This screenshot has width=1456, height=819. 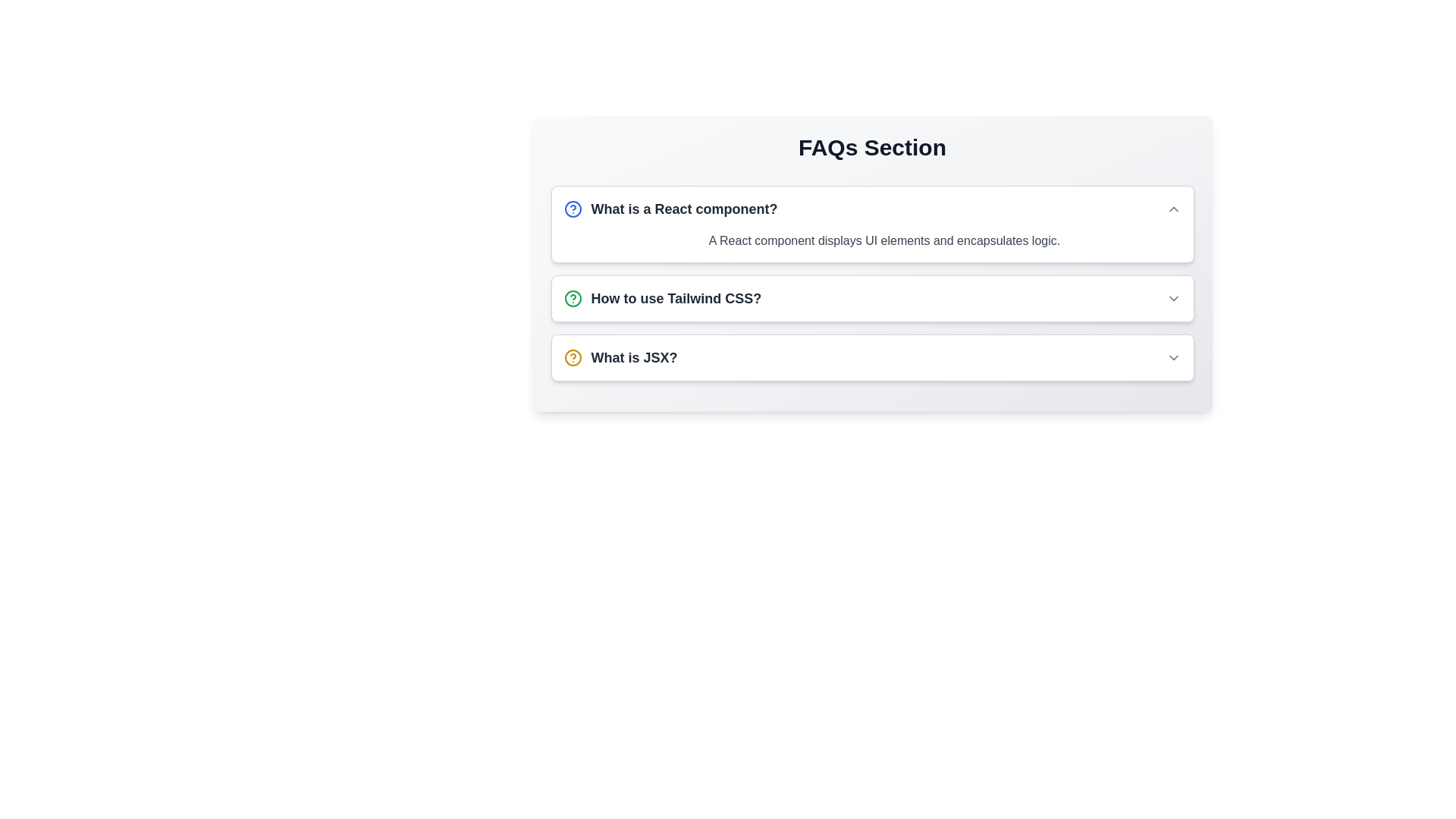 What do you see at coordinates (1172, 209) in the screenshot?
I see `the chevron-up icon located at the rightmost part of the FAQ entry titled 'What is a React component?'` at bounding box center [1172, 209].